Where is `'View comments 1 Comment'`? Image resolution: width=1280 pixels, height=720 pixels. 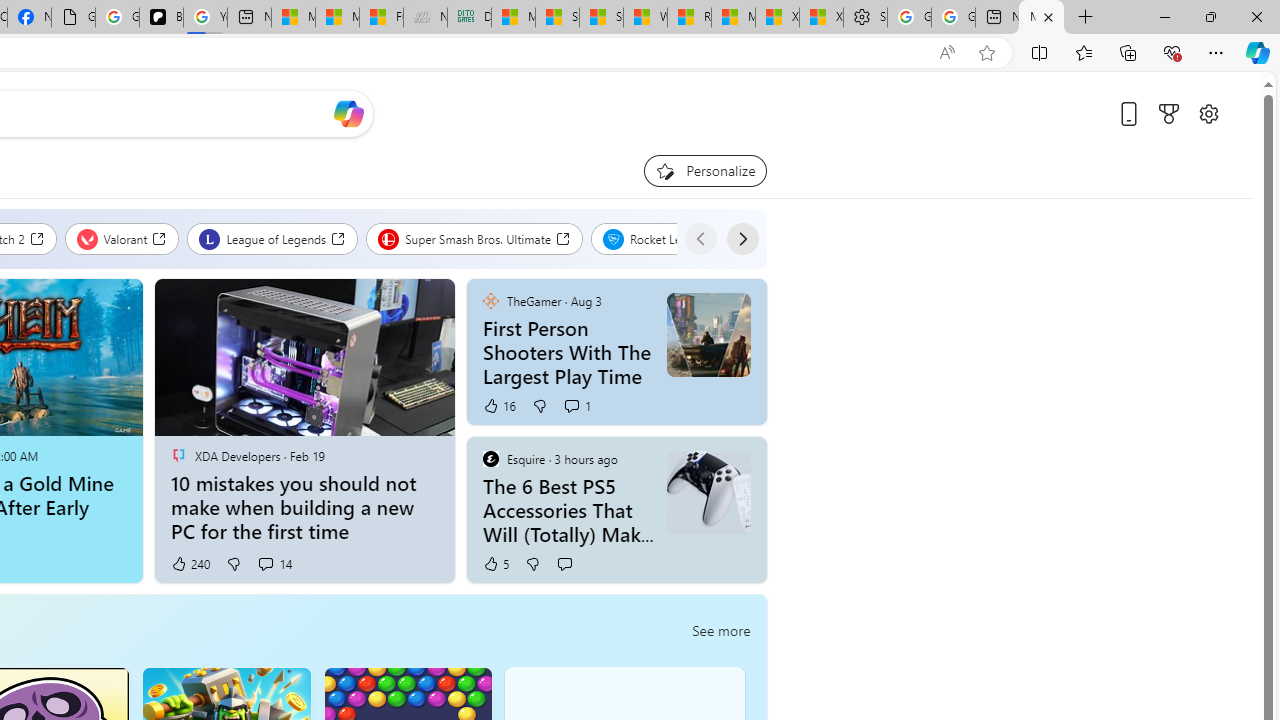 'View comments 1 Comment' is located at coordinates (570, 405).